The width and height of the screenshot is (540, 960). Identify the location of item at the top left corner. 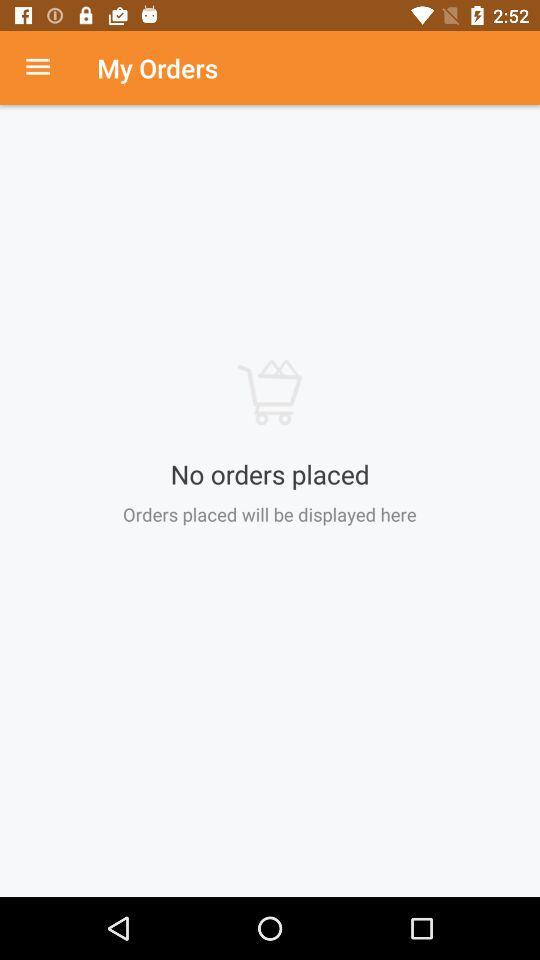
(48, 68).